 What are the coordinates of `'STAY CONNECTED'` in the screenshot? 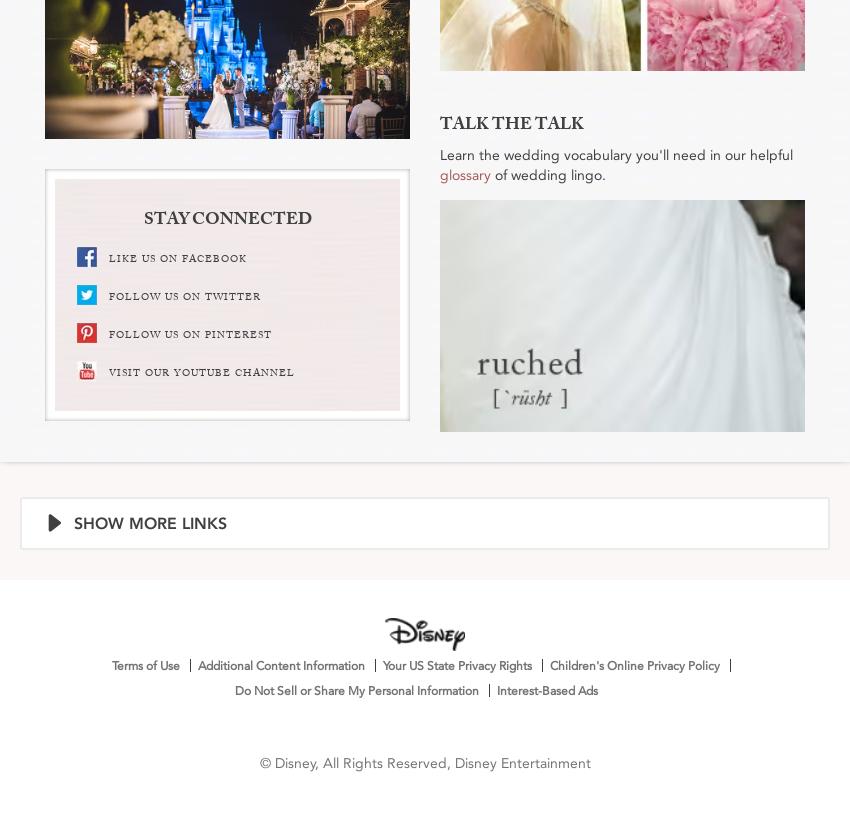 It's located at (142, 220).